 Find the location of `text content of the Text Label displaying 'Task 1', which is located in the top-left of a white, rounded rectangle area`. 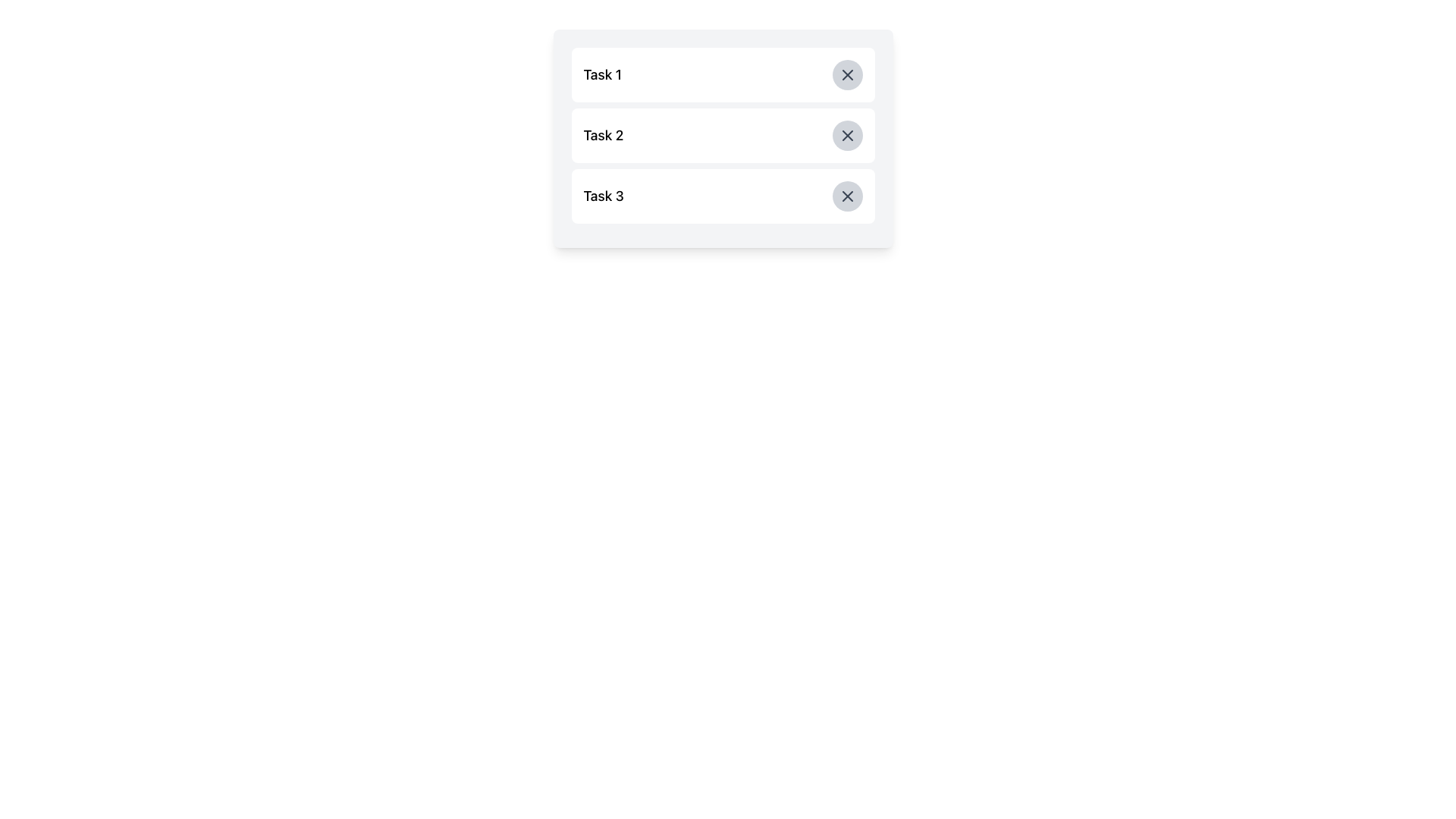

text content of the Text Label displaying 'Task 1', which is located in the top-left of a white, rounded rectangle area is located at coordinates (601, 75).